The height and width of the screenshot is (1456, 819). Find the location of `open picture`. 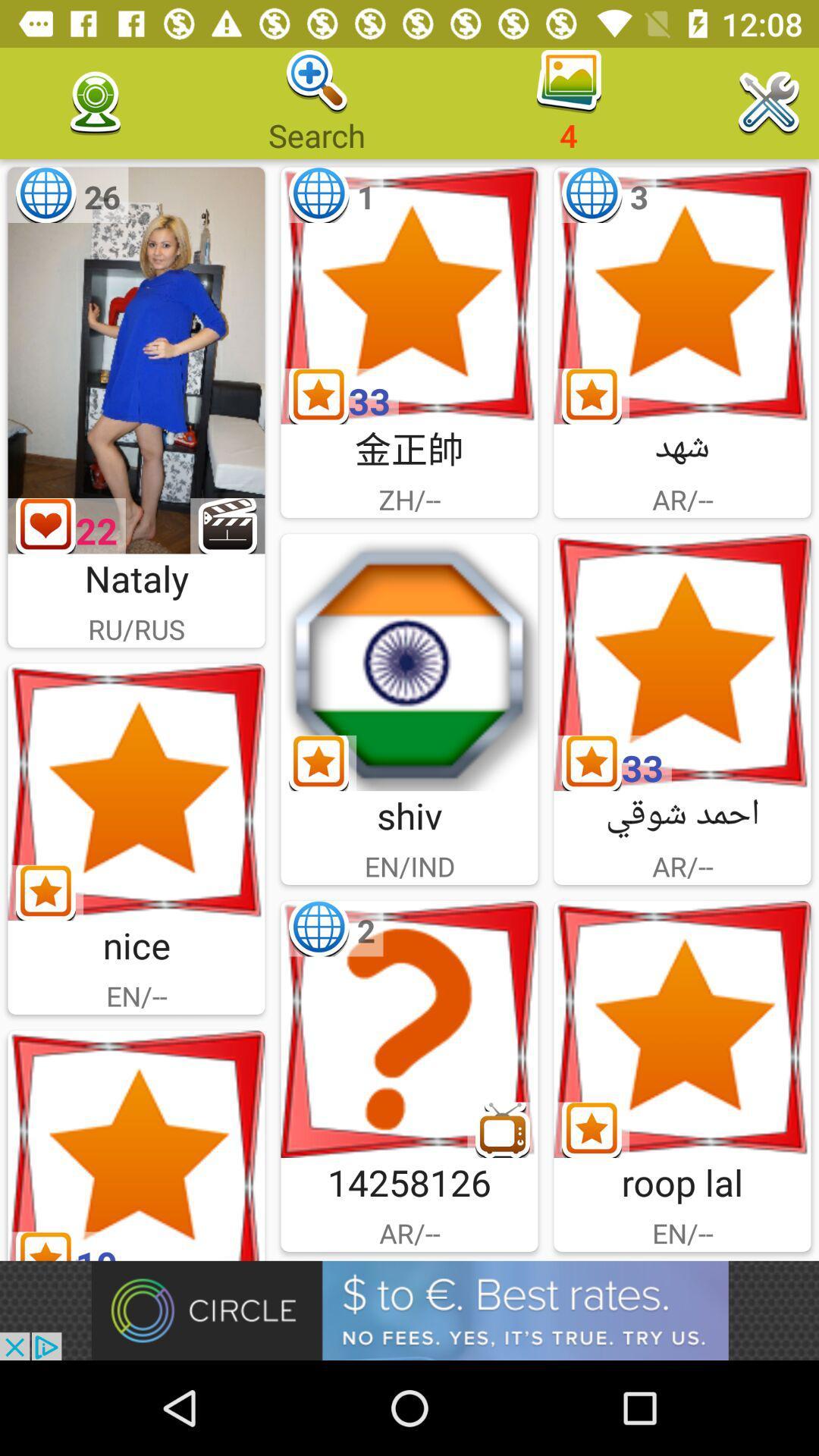

open picture is located at coordinates (409, 662).